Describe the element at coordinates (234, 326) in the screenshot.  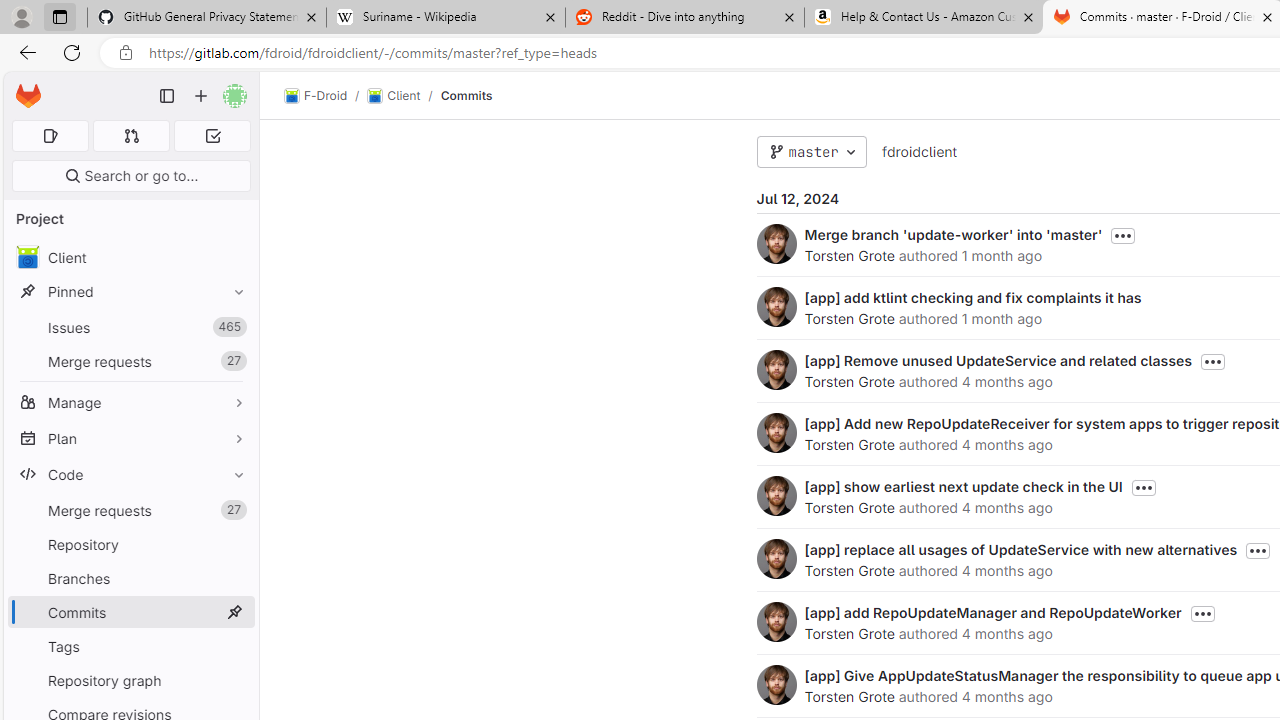
I see `'Unpin Issues'` at that location.